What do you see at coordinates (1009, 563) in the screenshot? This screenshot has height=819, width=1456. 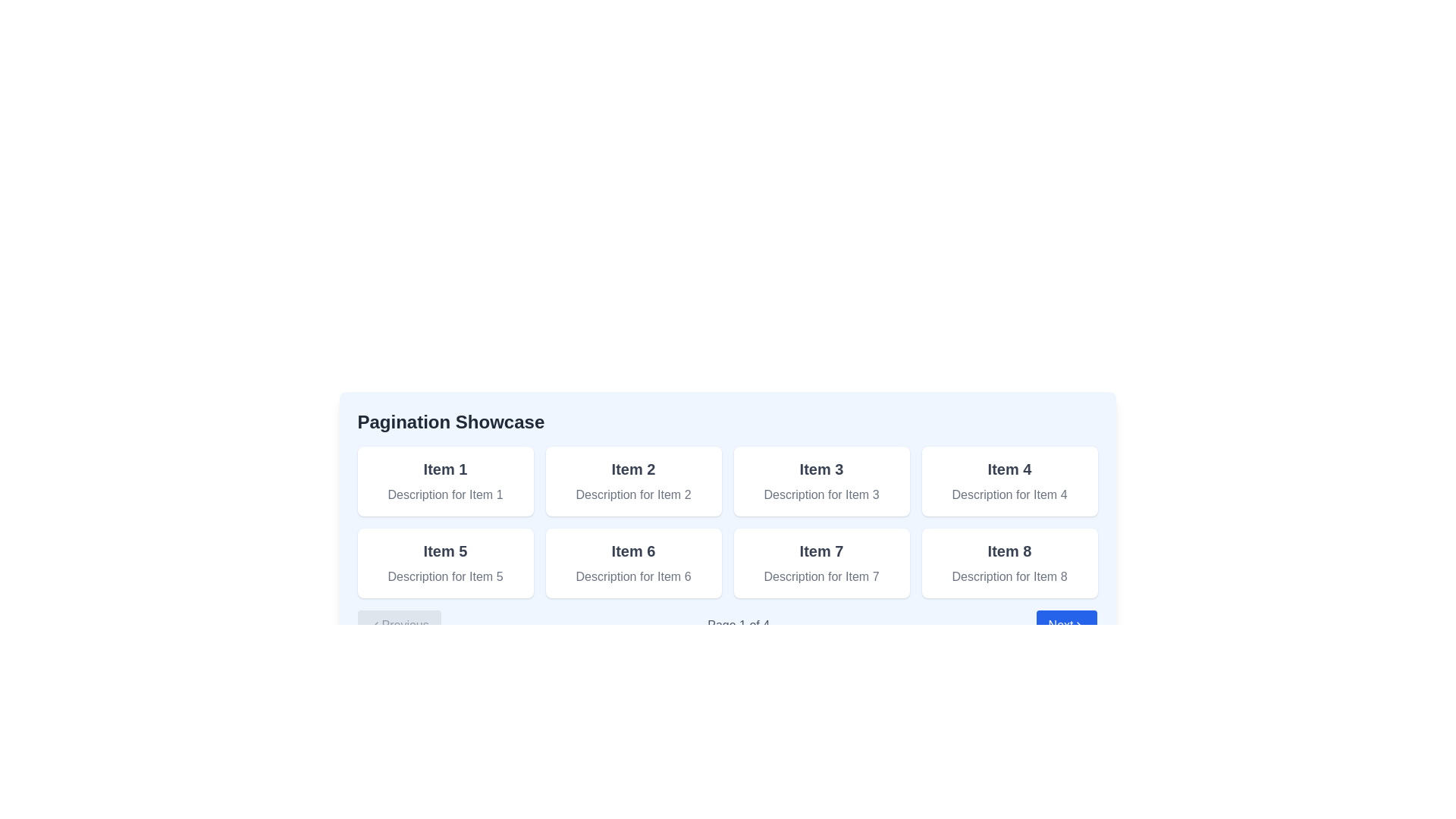 I see `the Information Card located at the bottom-right corner of the grid, which is the last element in a two-row, four-column layout, to trigger visual effects` at bounding box center [1009, 563].